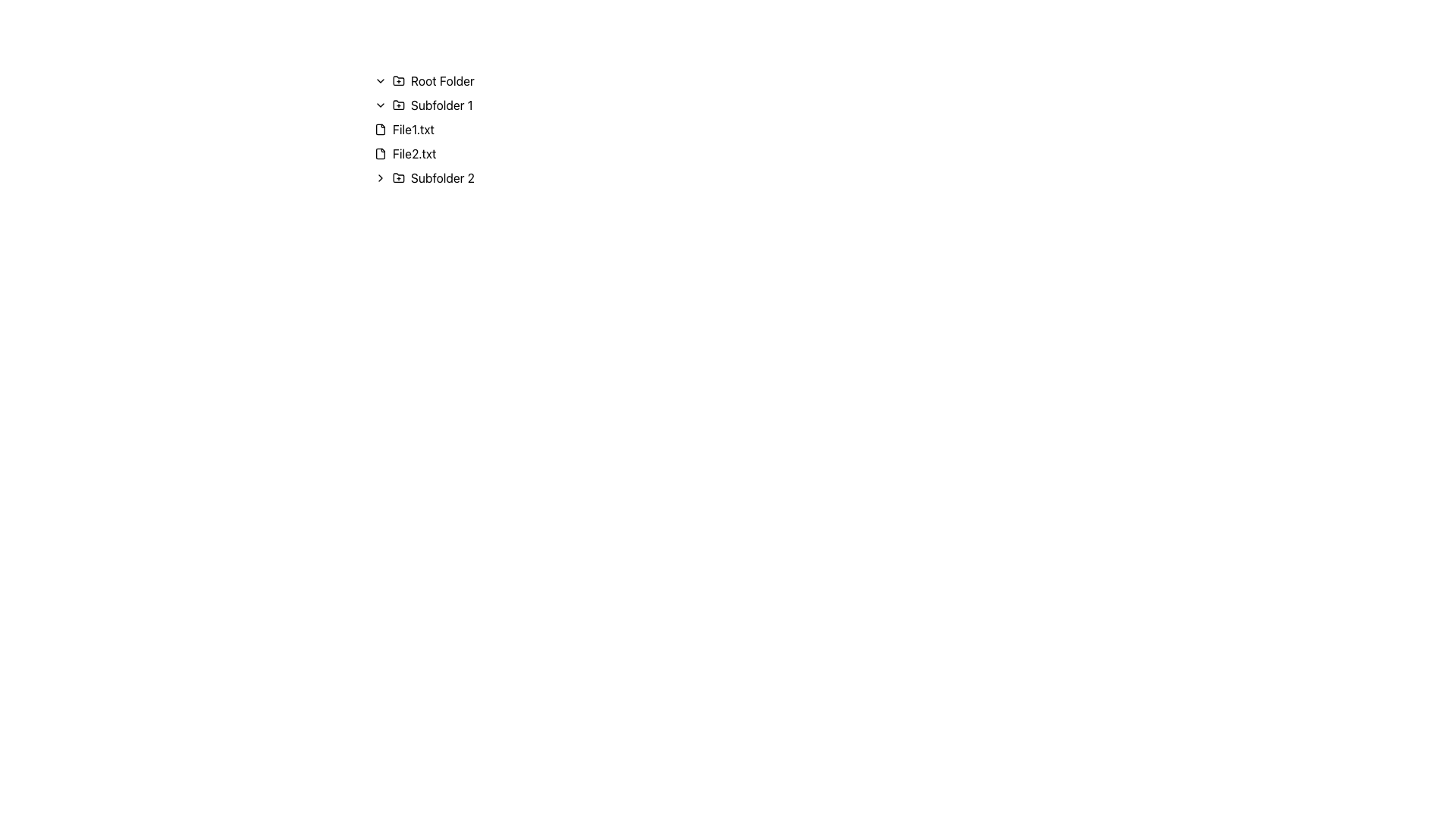 The image size is (1456, 819). I want to click on the small, square-shaped file icon with a folded page corner, located to the left of 'File2.txt' in the list under 'Subfolder 1', so click(381, 154).